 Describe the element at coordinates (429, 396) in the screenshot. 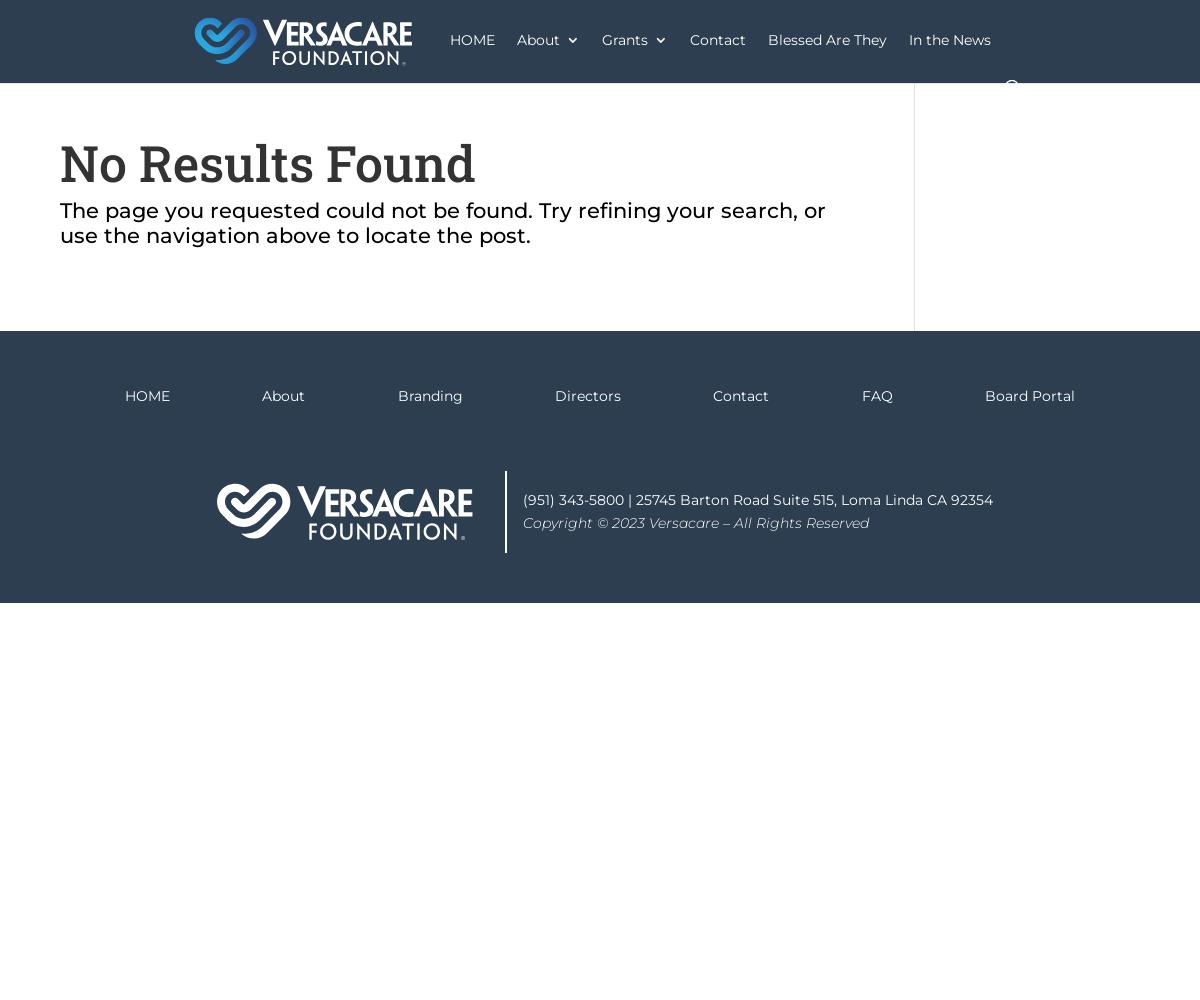

I see `'Branding'` at that location.